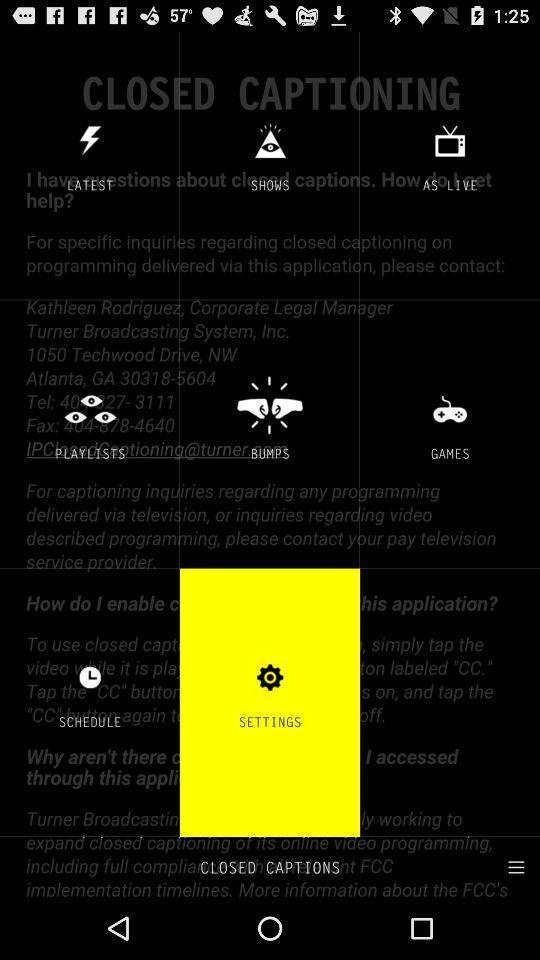  What do you see at coordinates (509, 865) in the screenshot?
I see `select` at bounding box center [509, 865].